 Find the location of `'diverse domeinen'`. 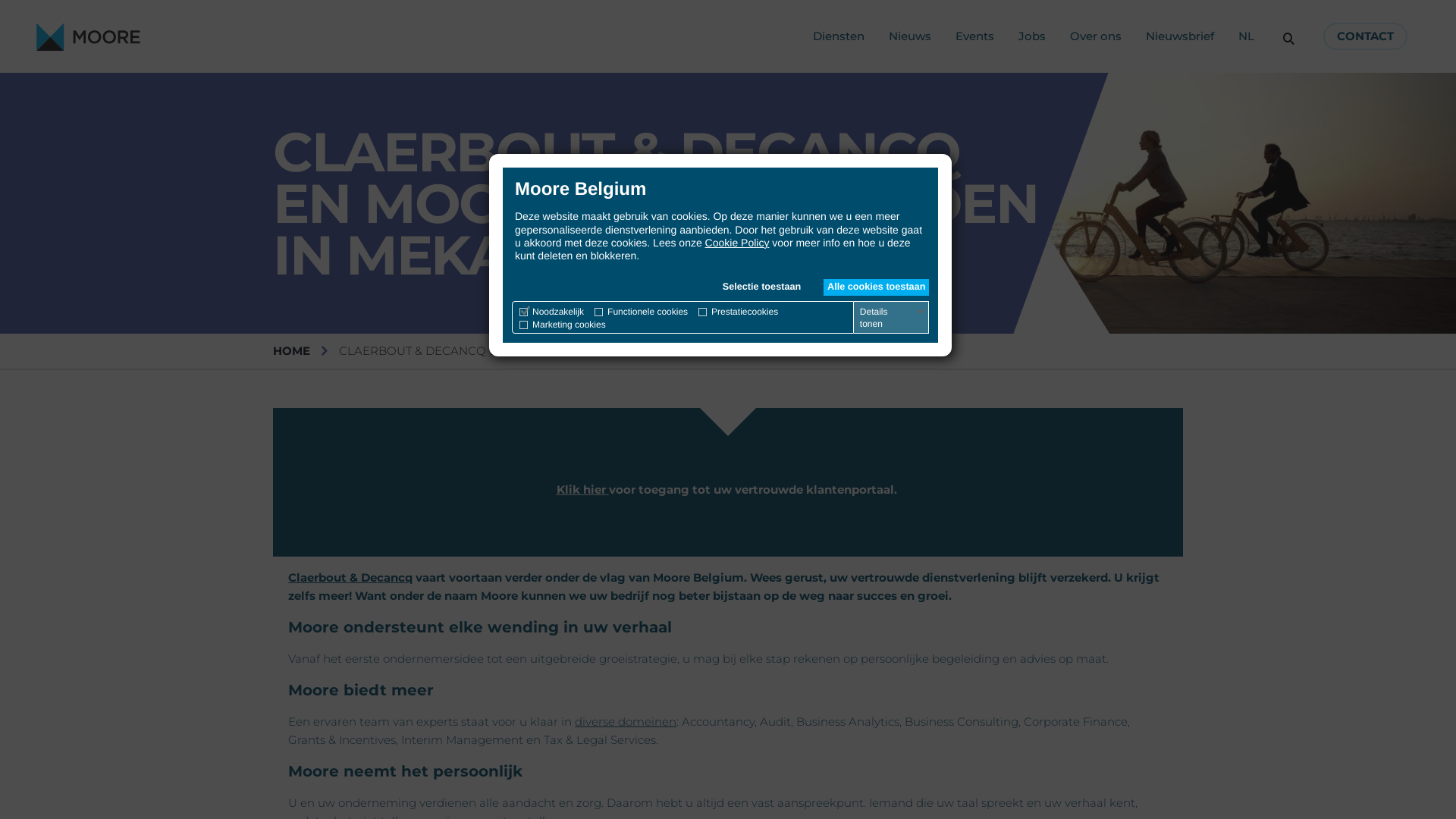

'diverse domeinen' is located at coordinates (626, 720).